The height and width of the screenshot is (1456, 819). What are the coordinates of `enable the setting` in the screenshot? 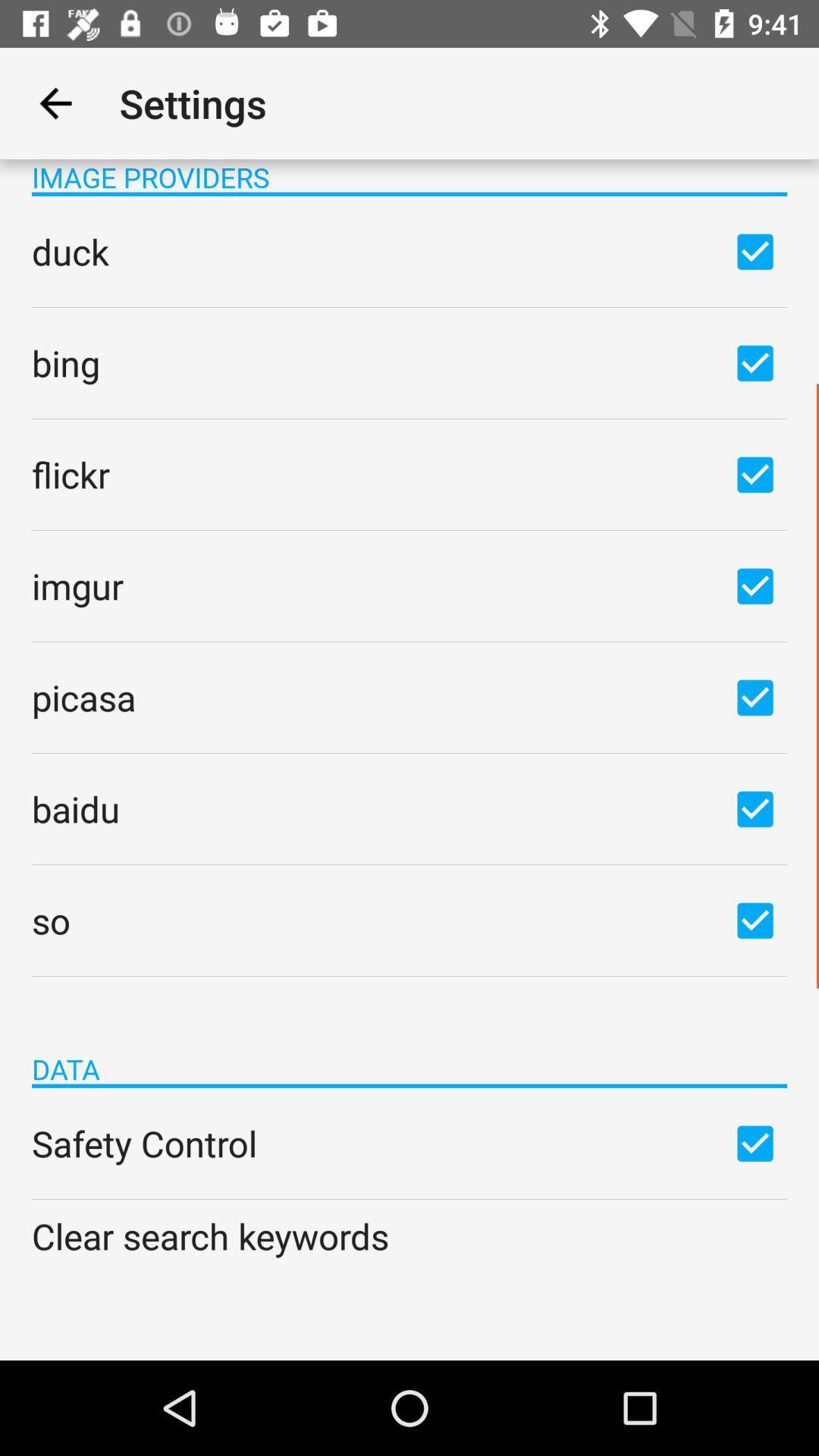 It's located at (755, 1143).